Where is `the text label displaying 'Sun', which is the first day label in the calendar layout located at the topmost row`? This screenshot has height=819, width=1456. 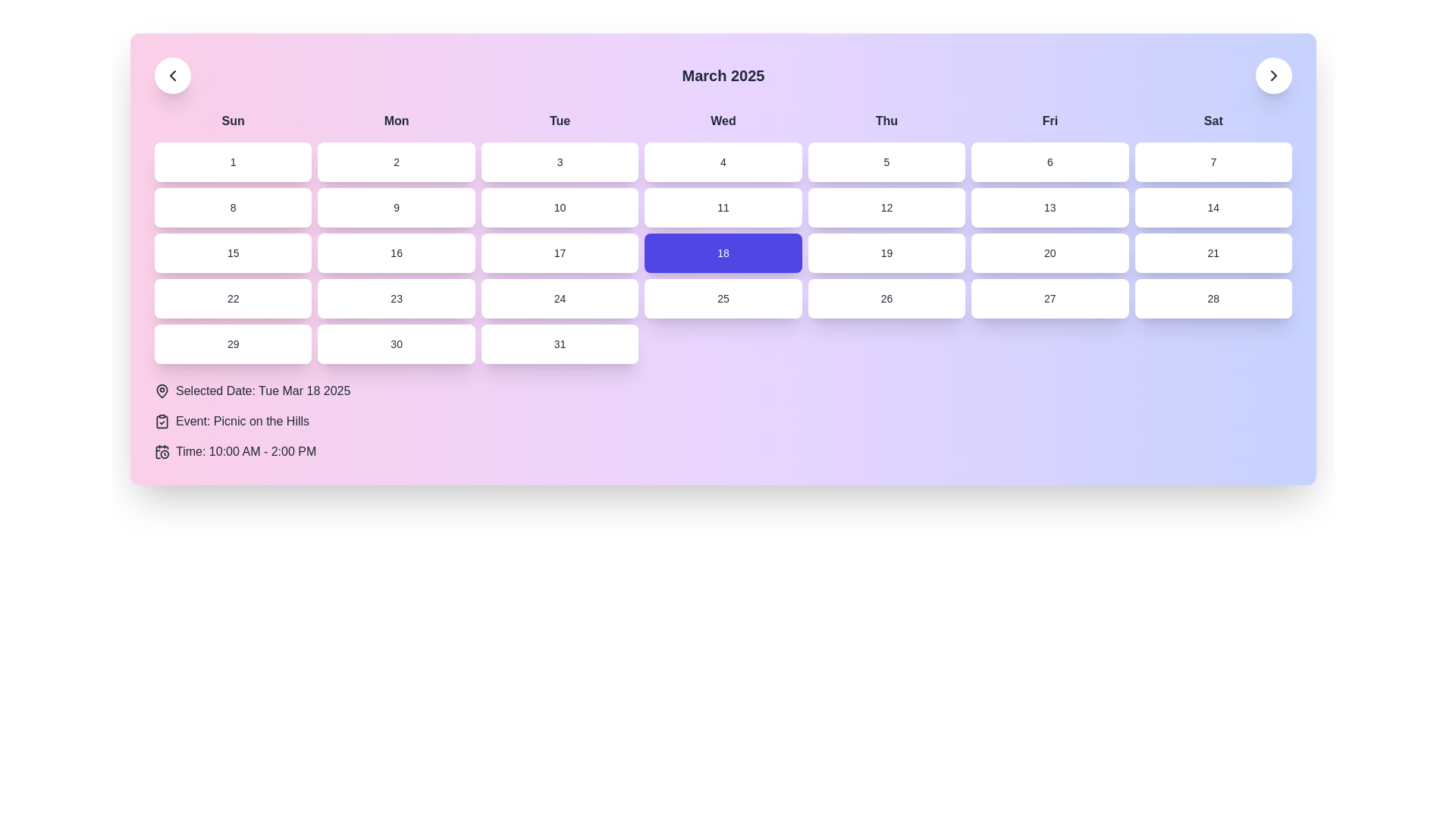 the text label displaying 'Sun', which is the first day label in the calendar layout located at the topmost row is located at coordinates (232, 120).